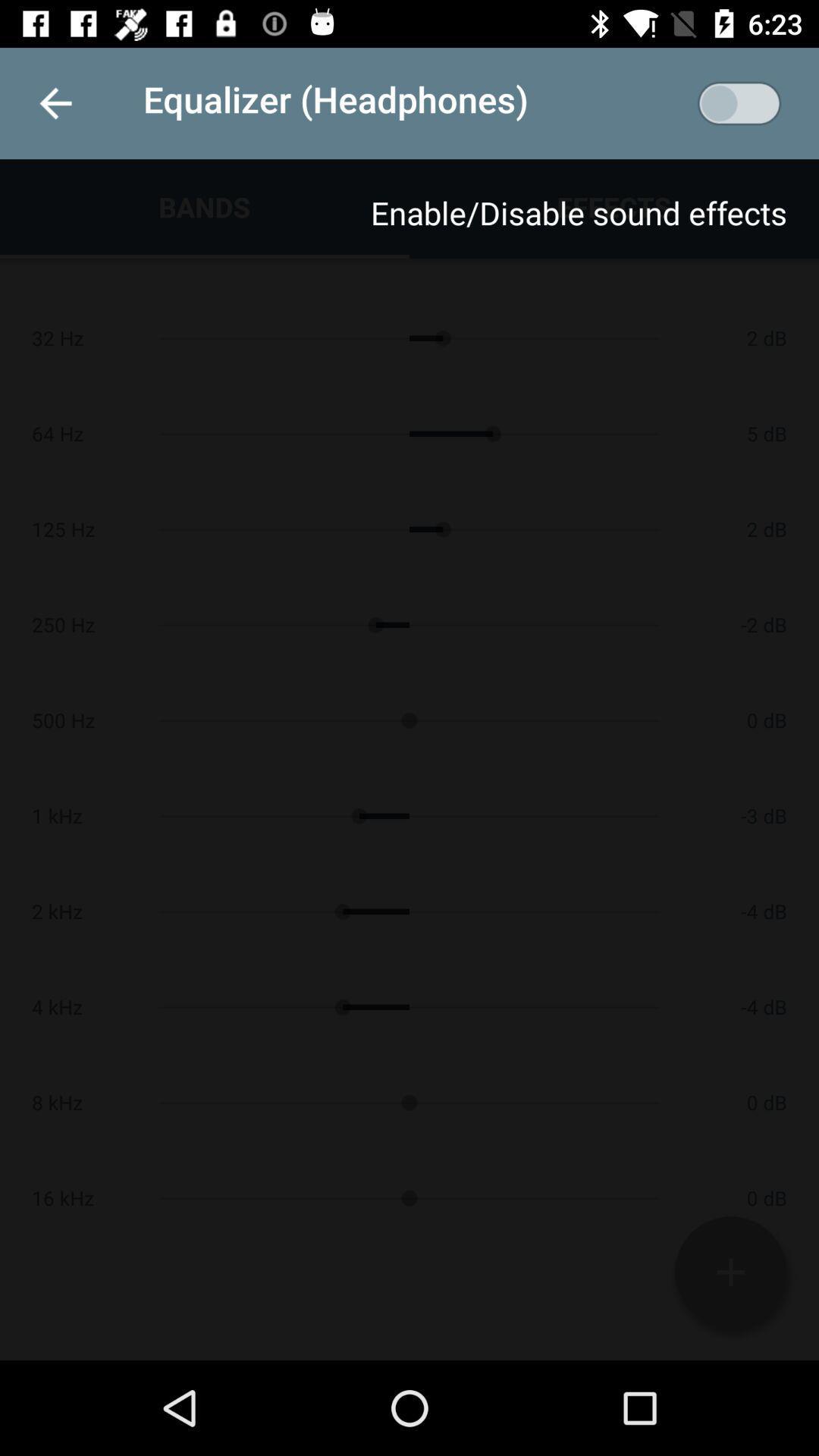 The image size is (819, 1456). What do you see at coordinates (730, 1272) in the screenshot?
I see `the add icon` at bounding box center [730, 1272].